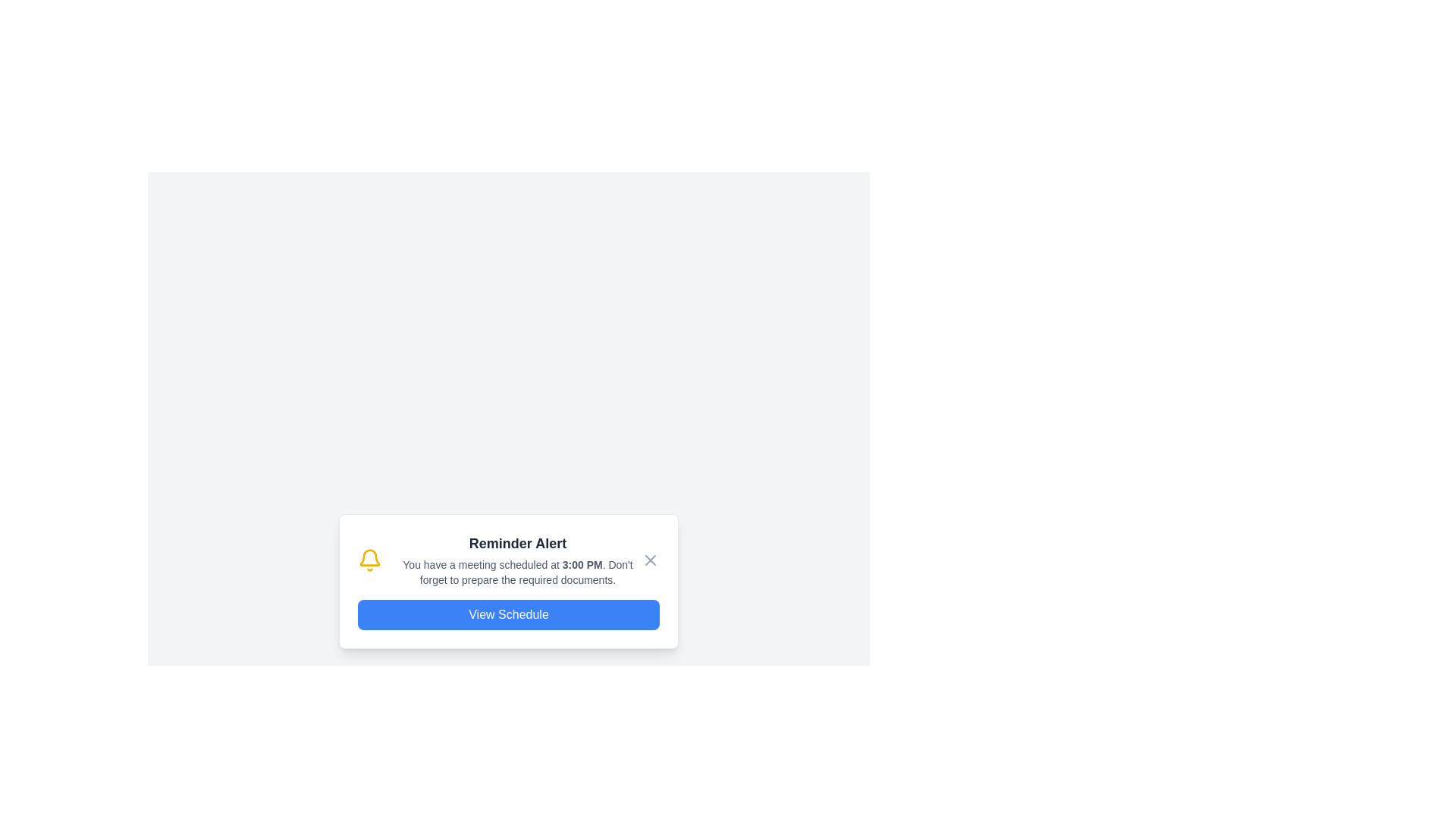 This screenshot has width=1456, height=819. Describe the element at coordinates (509, 614) in the screenshot. I see `the 'View Schedule' button located at the bottom of the 'Reminder Alert' notification card to observe the hover effects` at that location.